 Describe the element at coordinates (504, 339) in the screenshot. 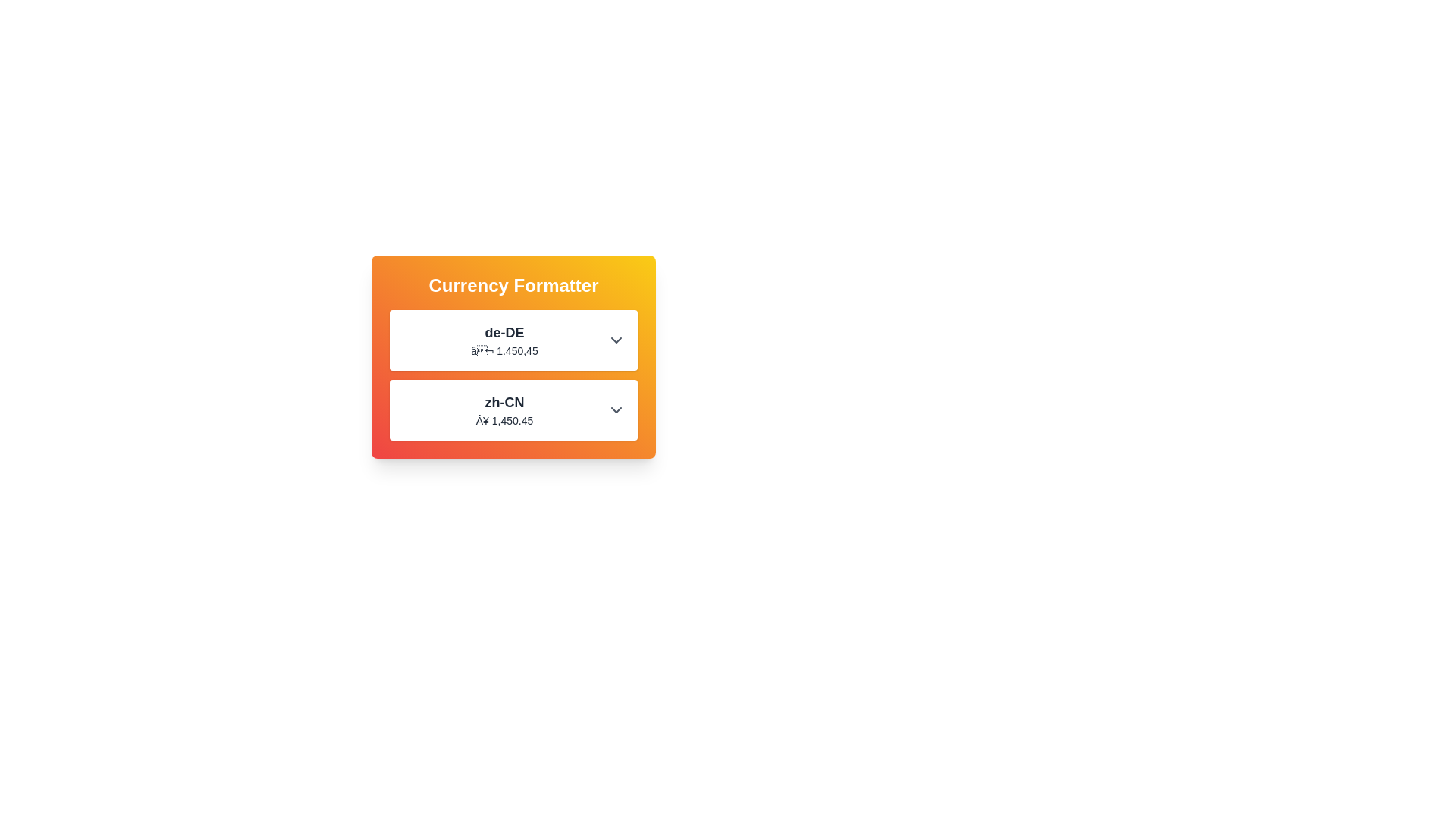

I see `the selectable locale and currency format element within the 'Currency Formatter' module` at that location.